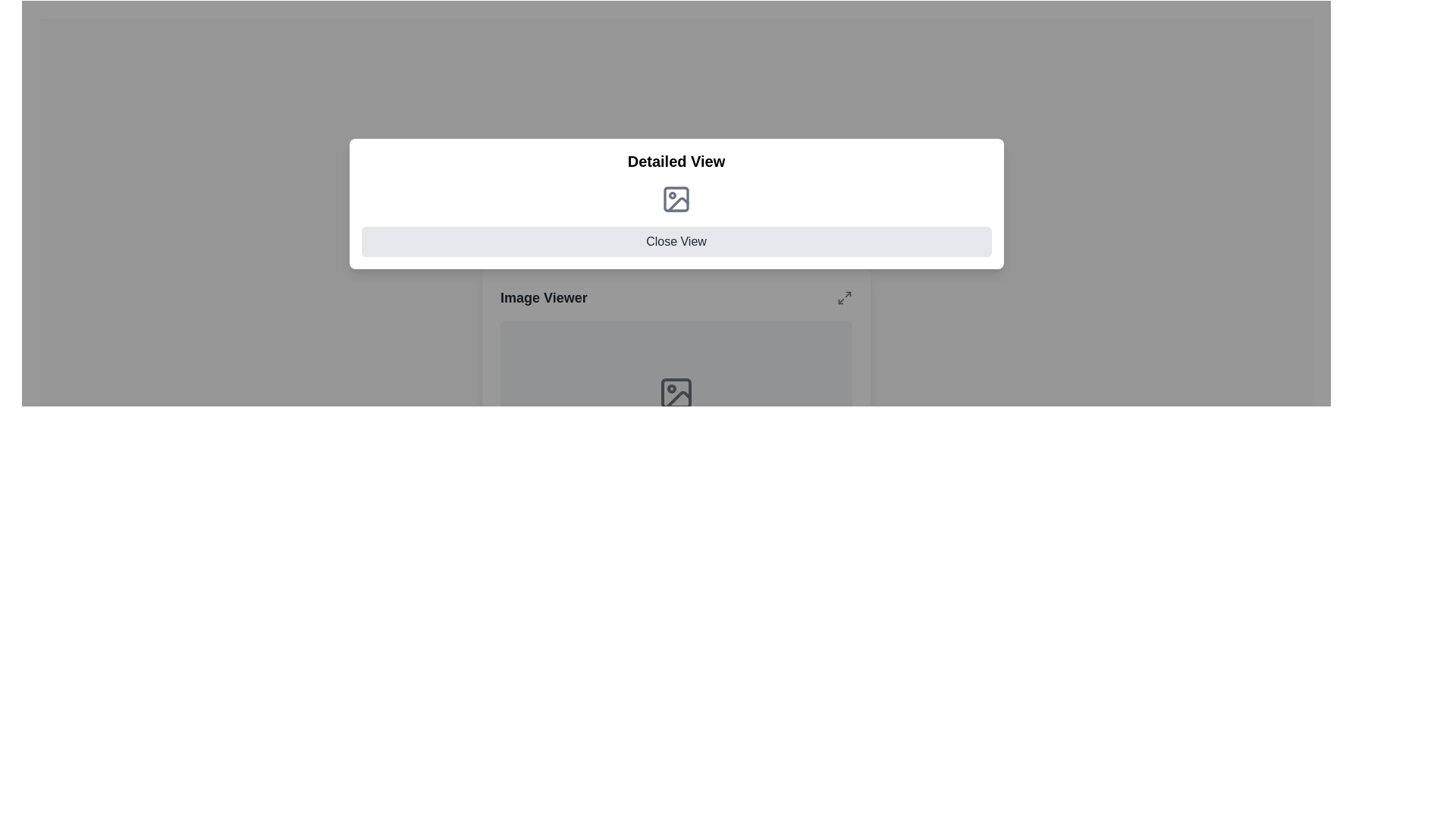 The height and width of the screenshot is (819, 1456). Describe the element at coordinates (676, 240) in the screenshot. I see `the close button located at the bottom of the detailed view interface` at that location.